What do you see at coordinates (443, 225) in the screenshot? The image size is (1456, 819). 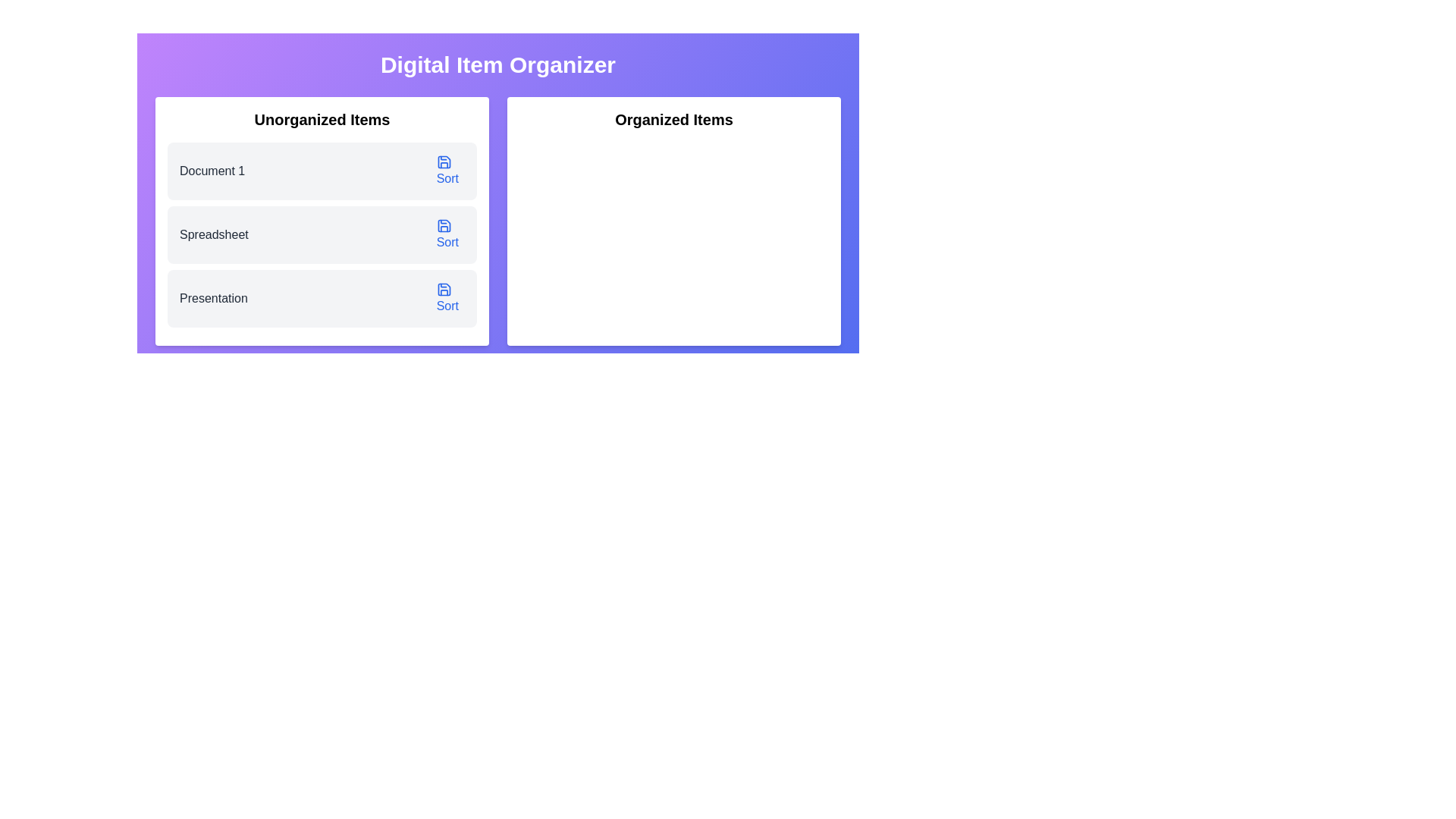 I see `the save or sort icon located in the 'Unorganized Items' section, positioned to the right of the 'Presentation' item in the third row` at bounding box center [443, 225].